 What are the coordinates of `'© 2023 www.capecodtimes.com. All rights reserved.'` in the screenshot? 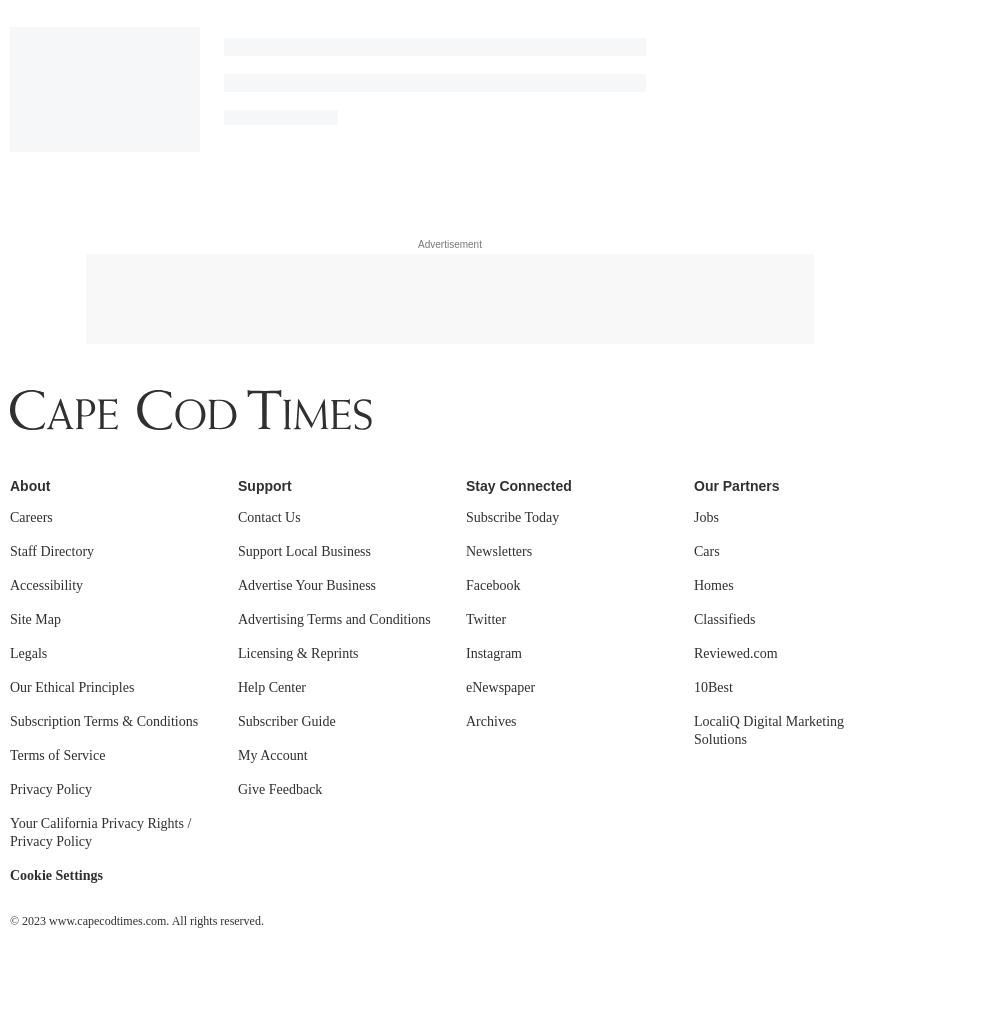 It's located at (136, 362).